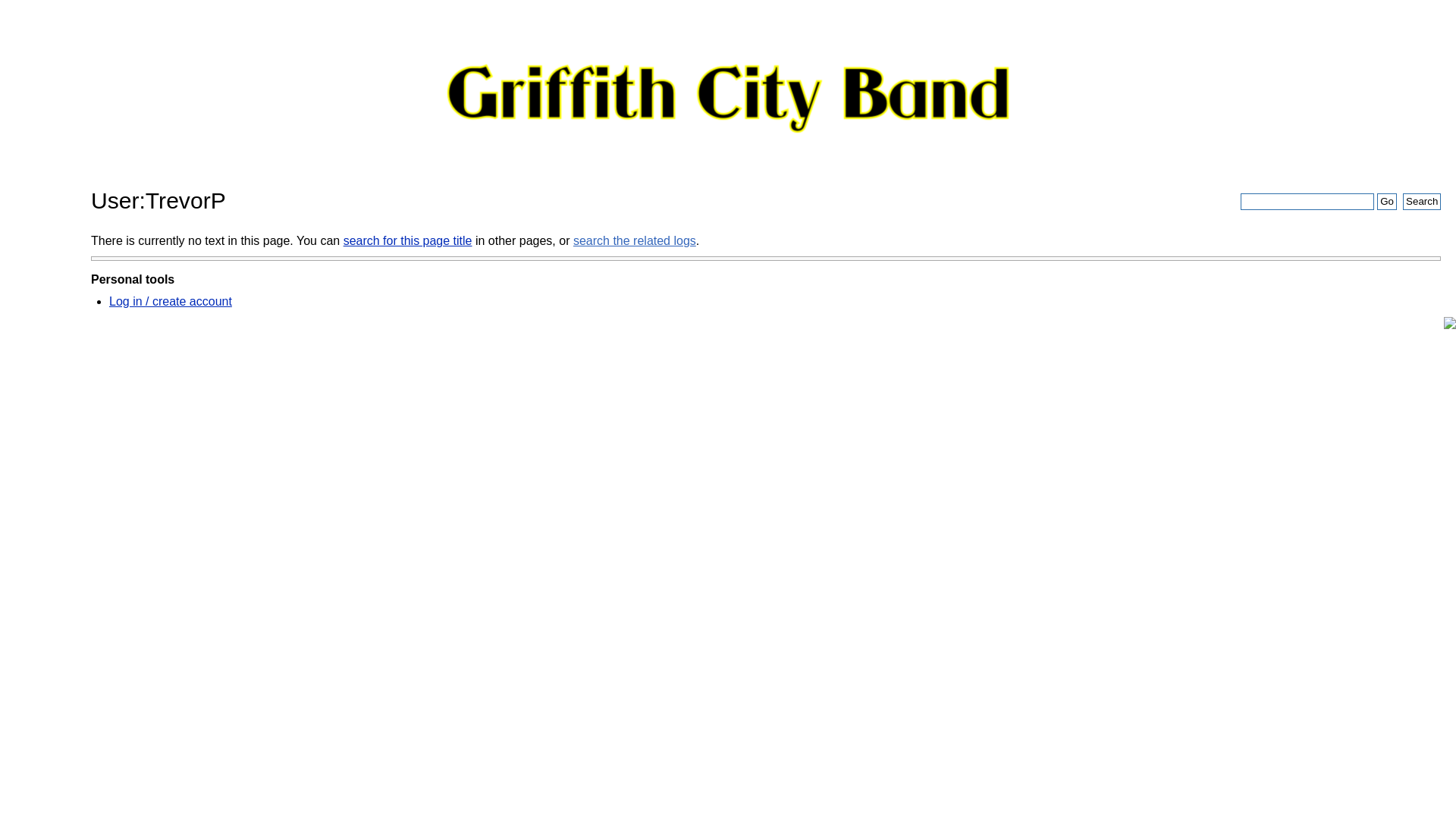 The height and width of the screenshot is (819, 1456). I want to click on 'Log in / create account', so click(171, 301).